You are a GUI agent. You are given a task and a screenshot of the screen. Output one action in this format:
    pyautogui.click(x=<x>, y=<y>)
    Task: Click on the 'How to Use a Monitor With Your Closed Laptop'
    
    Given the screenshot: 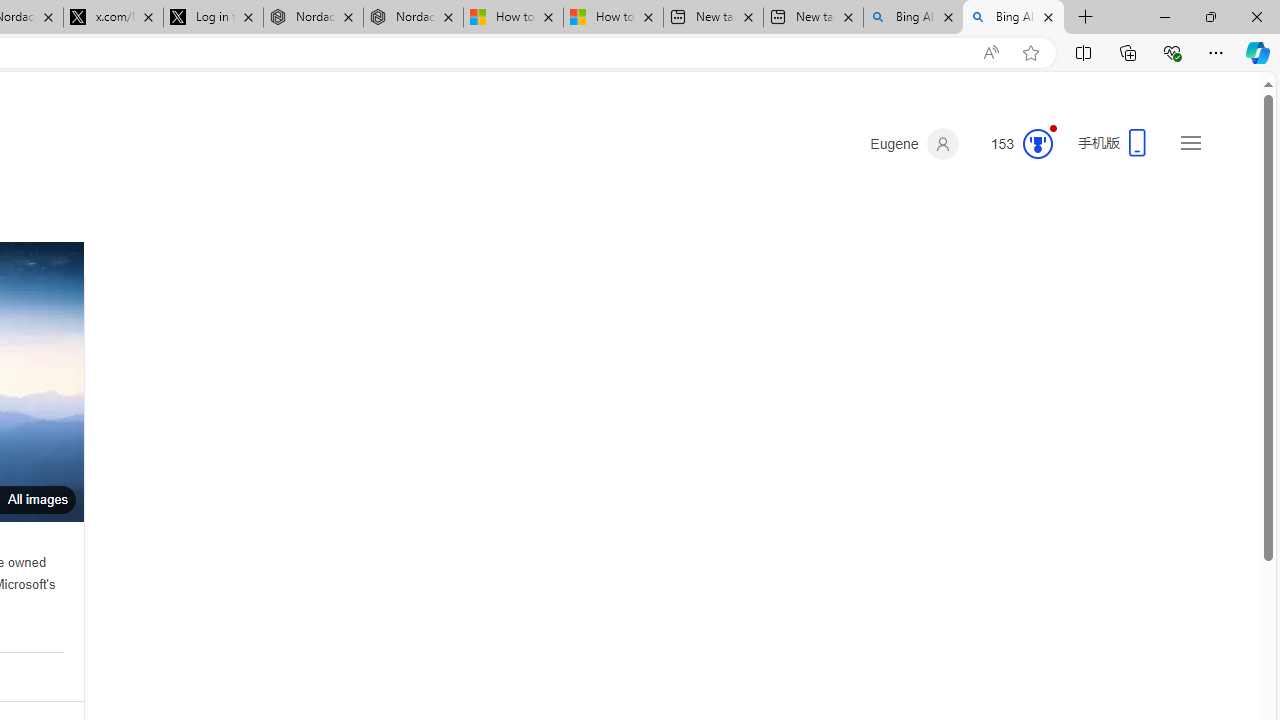 What is the action you would take?
    pyautogui.click(x=612, y=17)
    